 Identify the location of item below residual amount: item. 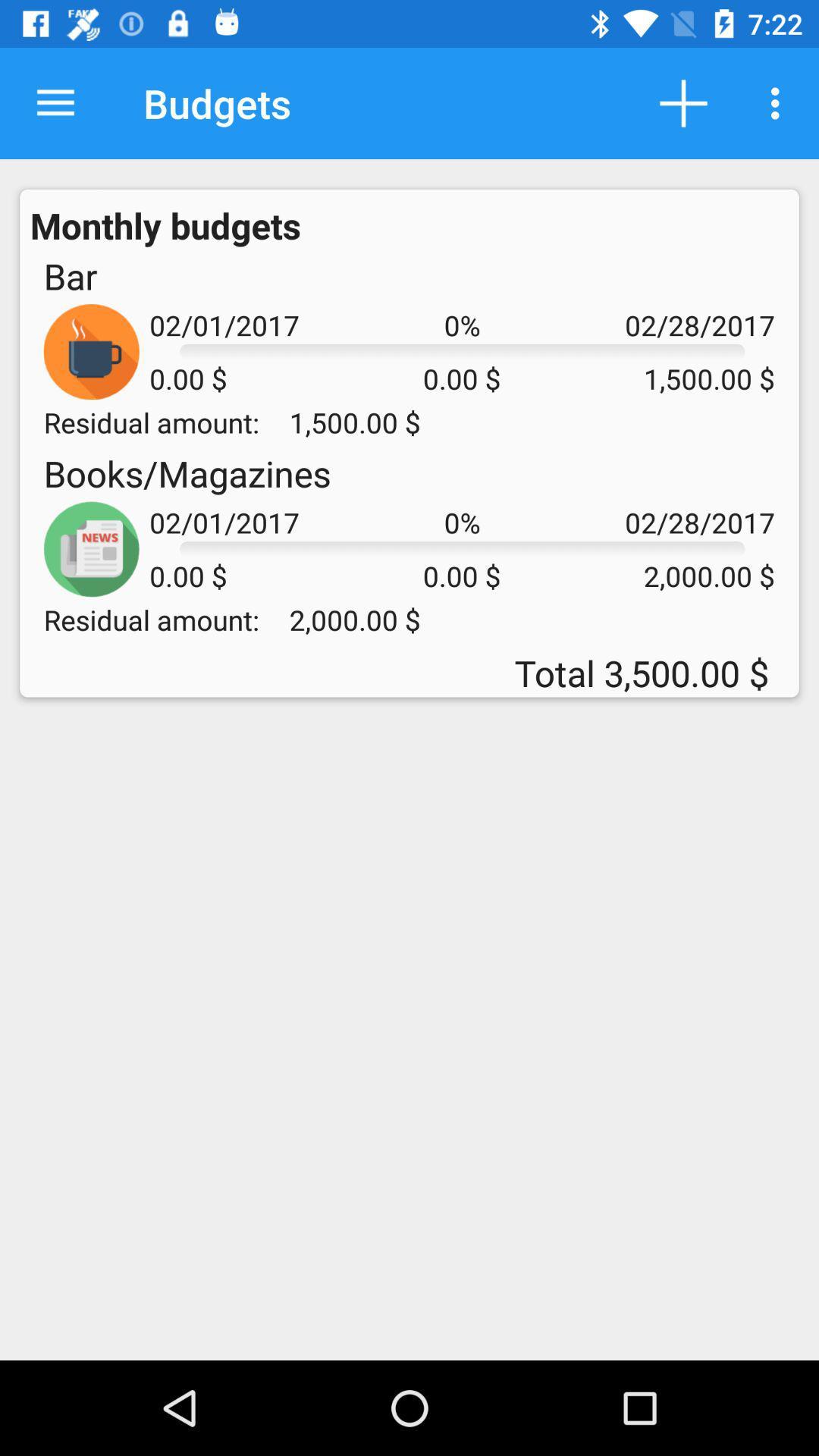
(187, 472).